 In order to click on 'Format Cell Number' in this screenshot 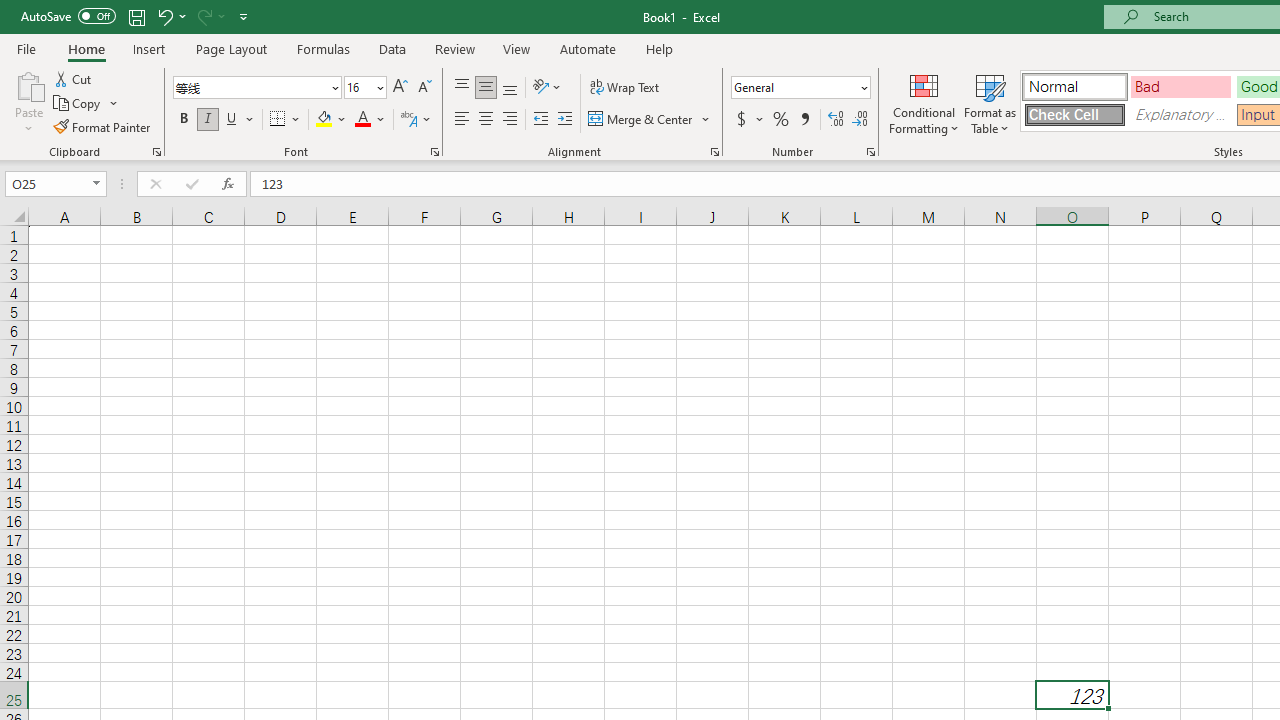, I will do `click(871, 150)`.